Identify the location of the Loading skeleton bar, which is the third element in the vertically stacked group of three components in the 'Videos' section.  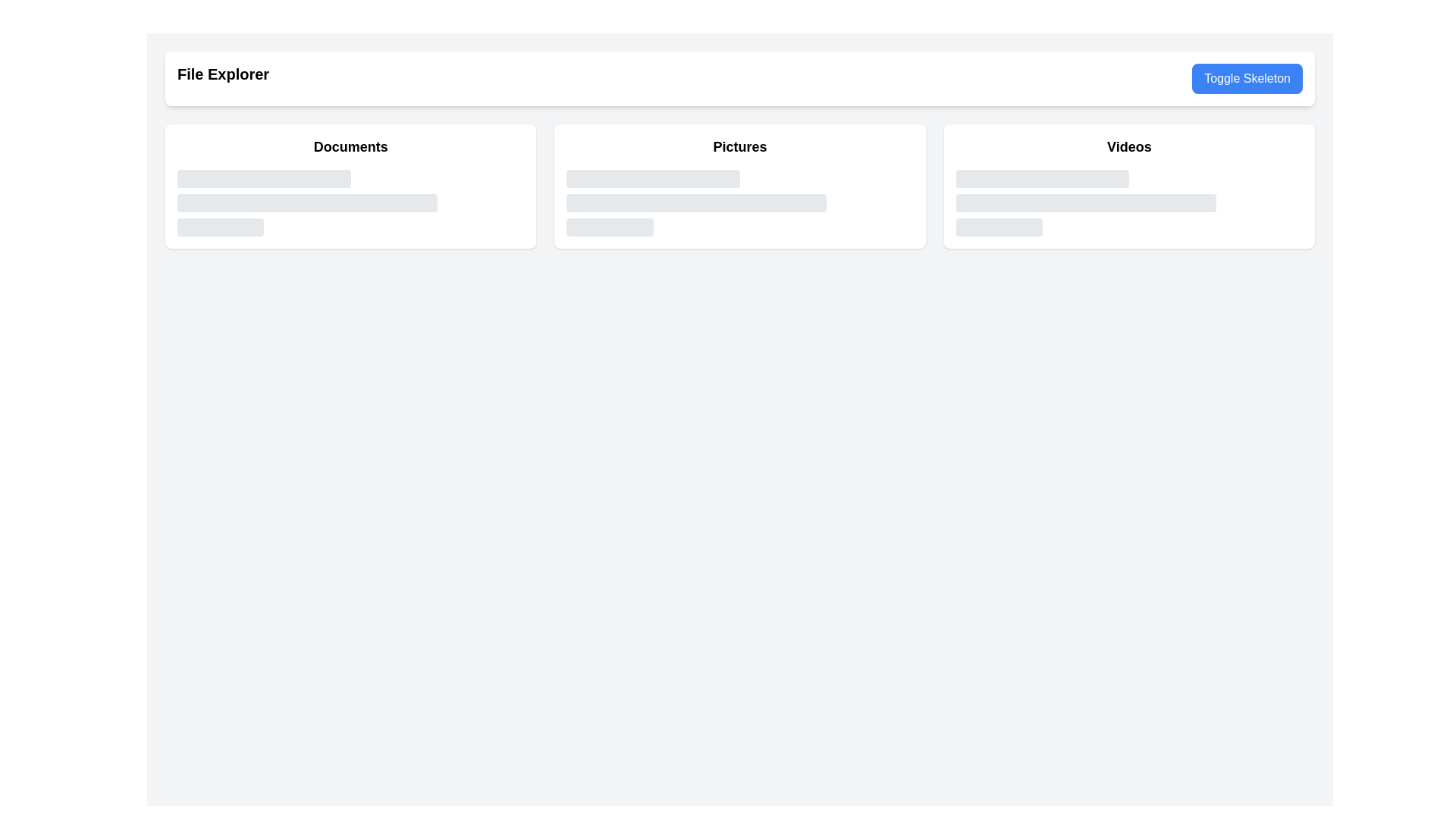
(999, 227).